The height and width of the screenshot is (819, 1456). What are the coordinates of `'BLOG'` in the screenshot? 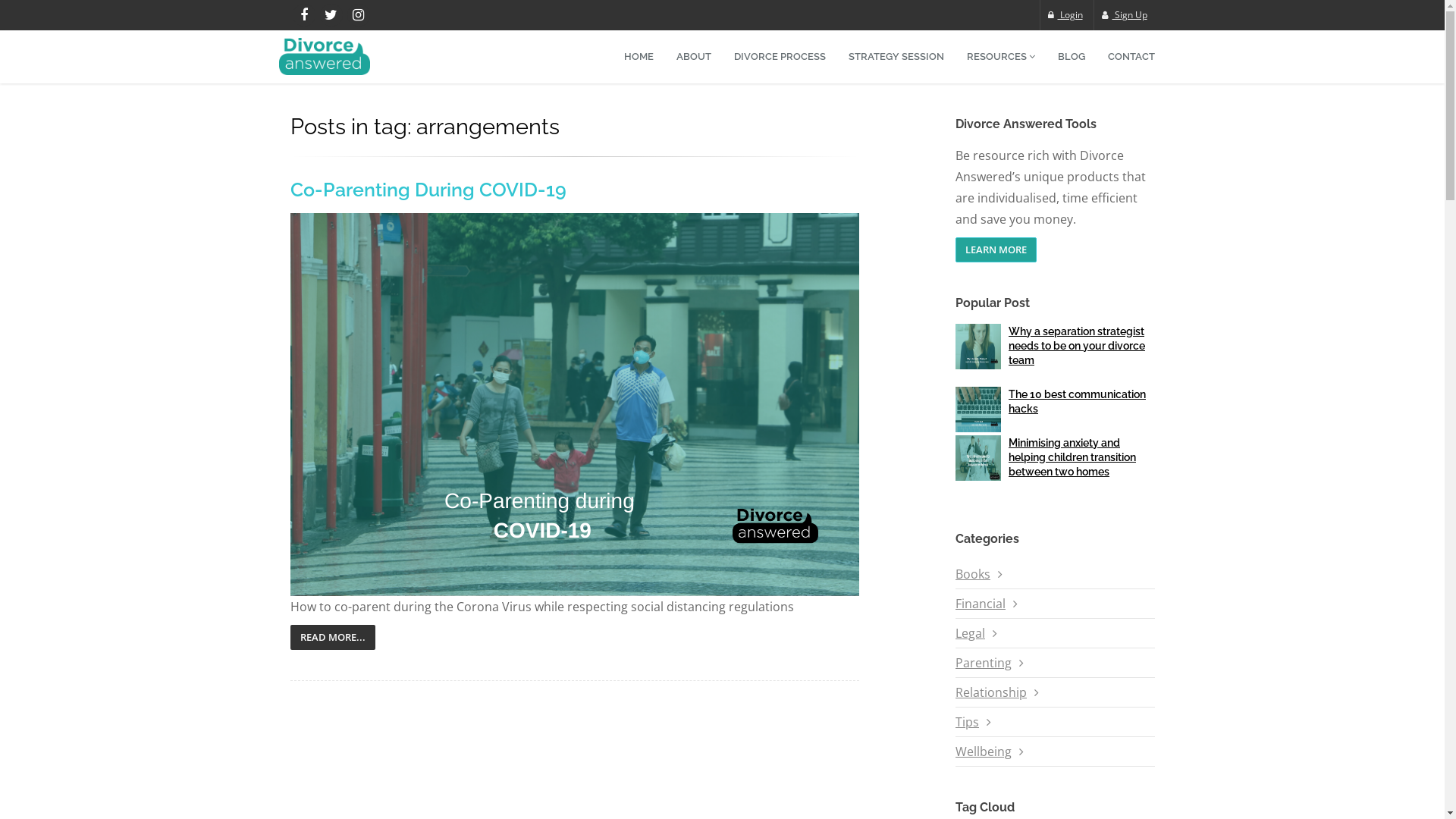 It's located at (1070, 55).